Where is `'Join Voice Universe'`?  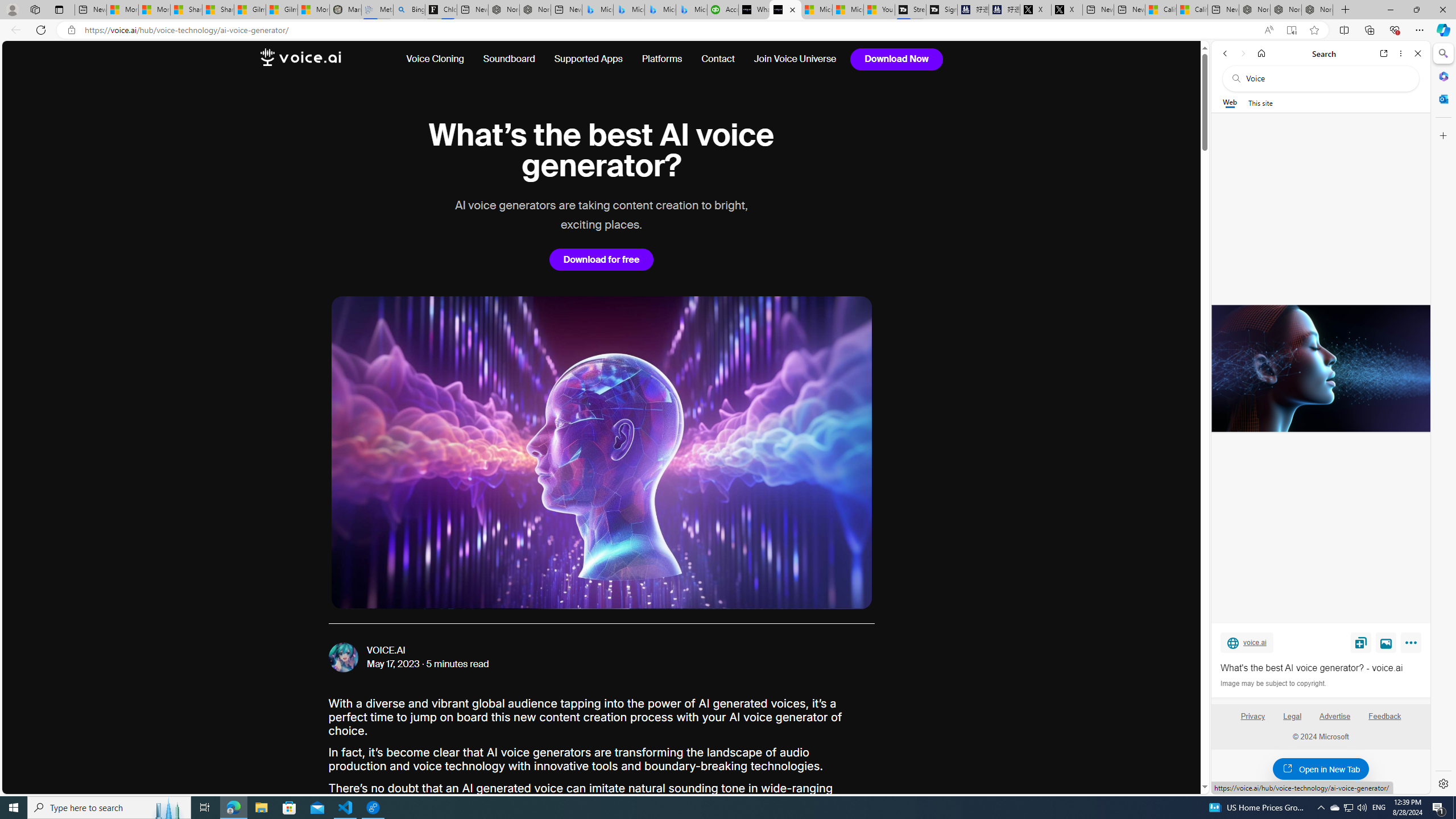 'Join Voice Universe' is located at coordinates (791, 59).